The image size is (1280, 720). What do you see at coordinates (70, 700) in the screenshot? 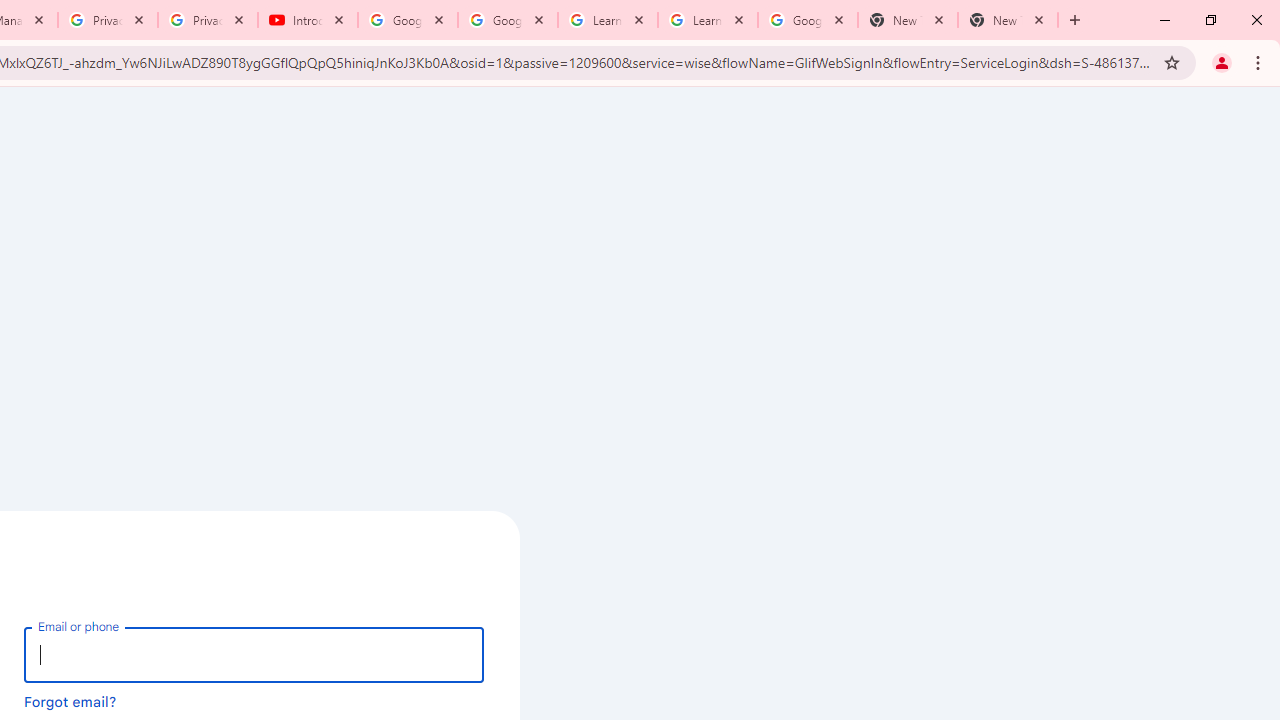
I see `'Forgot email?'` at bounding box center [70, 700].